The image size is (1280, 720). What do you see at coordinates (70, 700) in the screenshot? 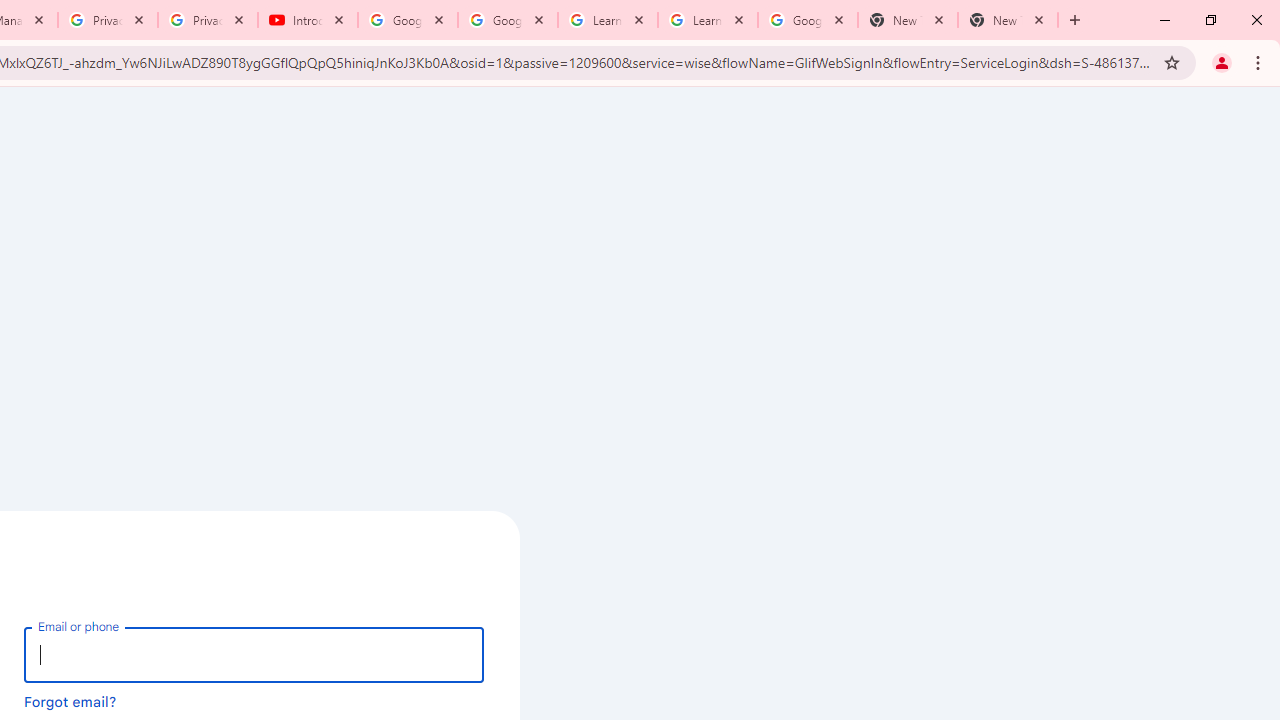
I see `'Forgot email?'` at bounding box center [70, 700].